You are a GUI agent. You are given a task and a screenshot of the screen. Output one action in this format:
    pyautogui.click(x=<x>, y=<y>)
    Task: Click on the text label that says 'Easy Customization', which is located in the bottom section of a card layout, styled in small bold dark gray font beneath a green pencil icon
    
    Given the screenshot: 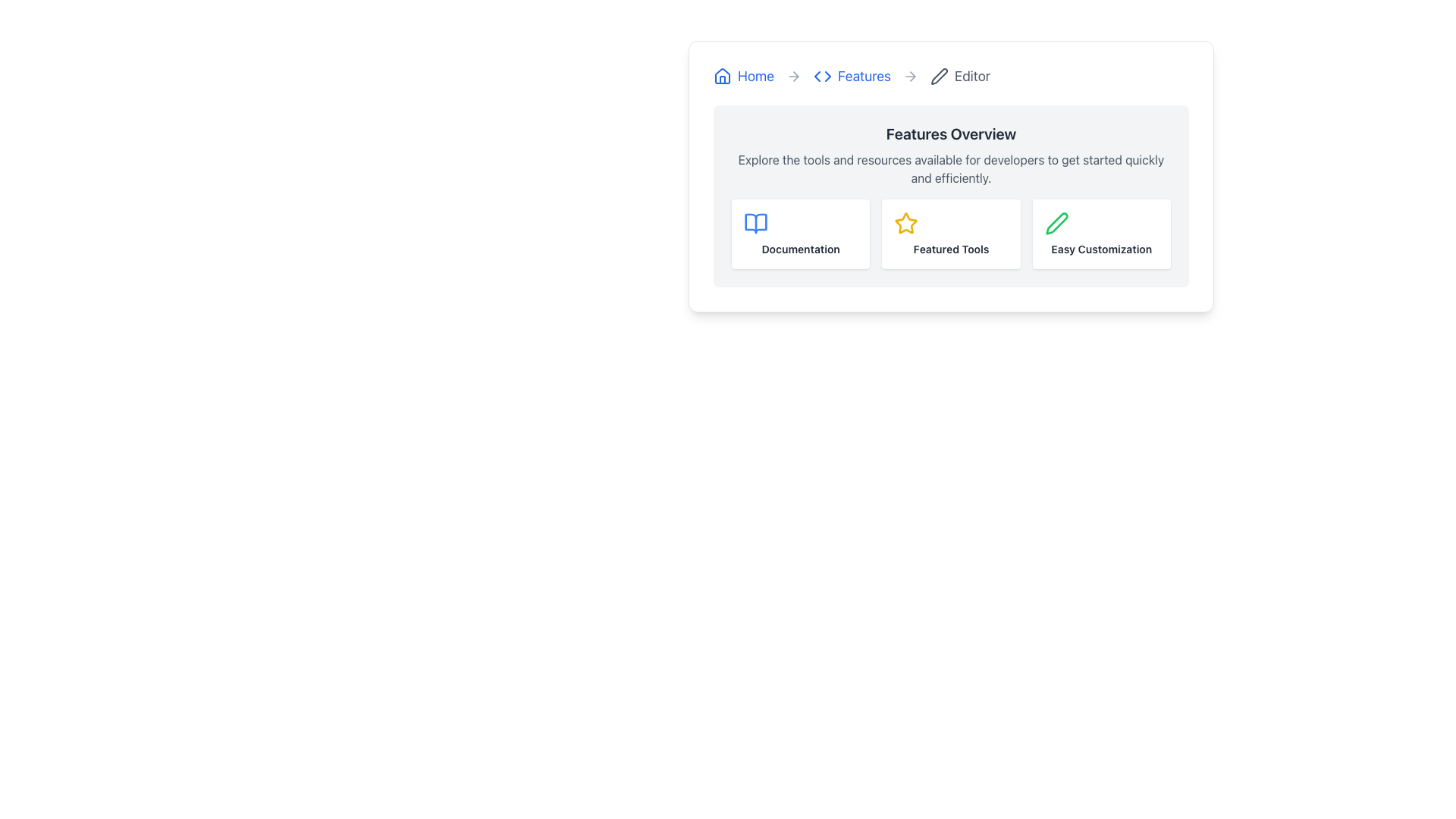 What is the action you would take?
    pyautogui.click(x=1101, y=248)
    